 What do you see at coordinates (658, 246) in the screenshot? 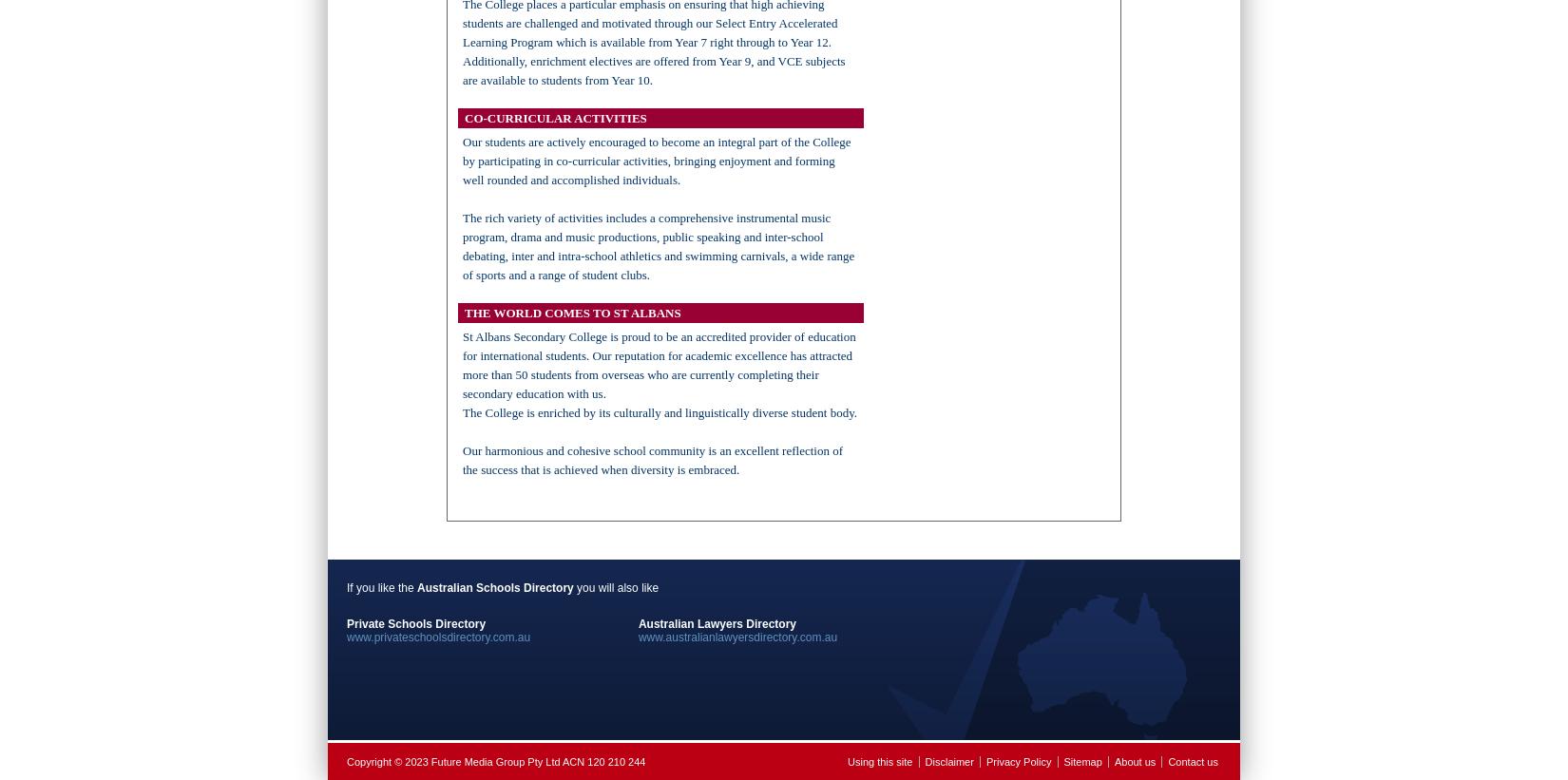
I see `'The rich variety of activities includes a comprehensive instrumental music program, drama and music productions, public speaking and inter-school debating, inter and intra-school athletics and swimming carnivals, a wide range of sports and a range of student clubs.'` at bounding box center [658, 246].